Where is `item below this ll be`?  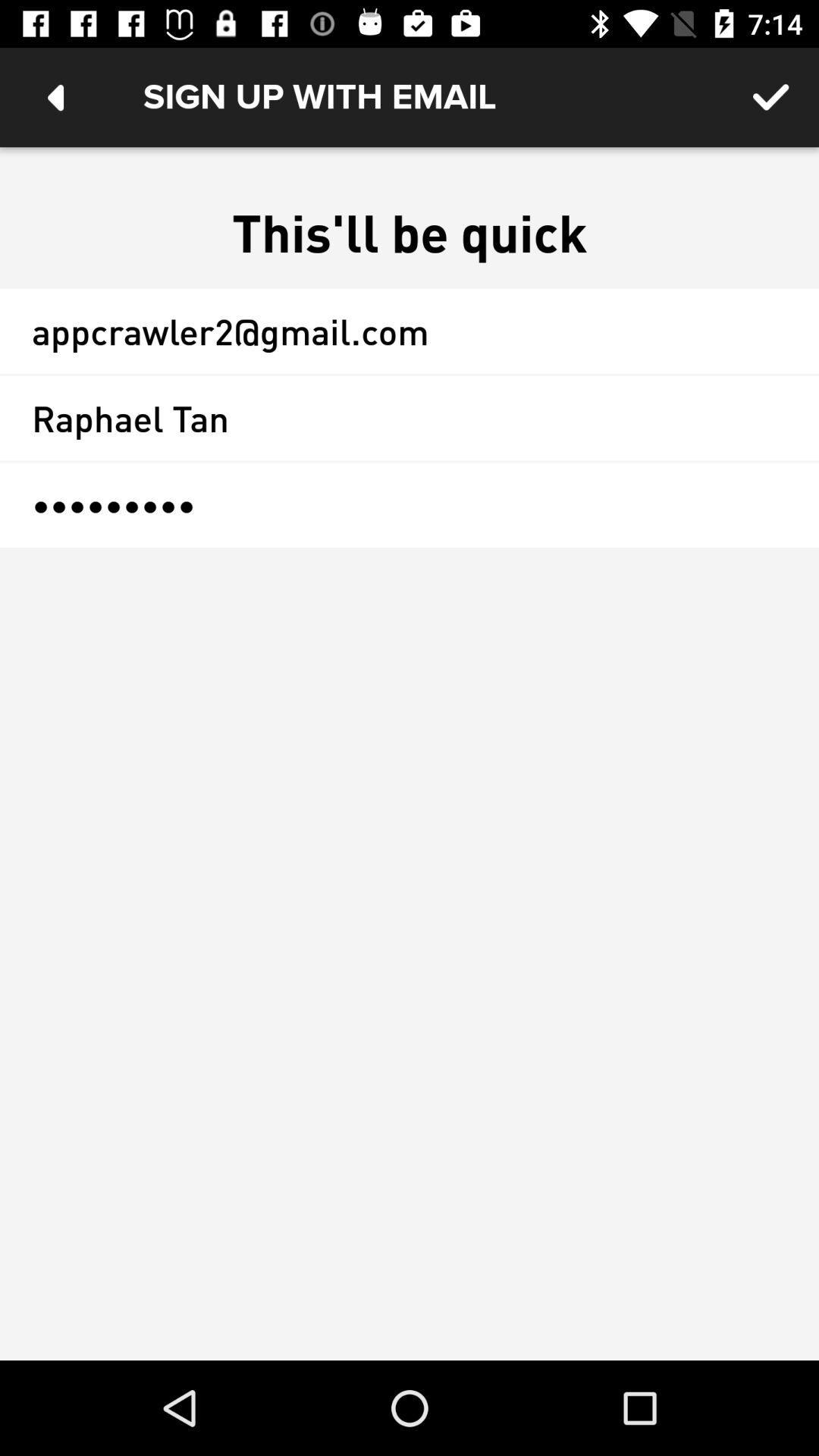
item below this ll be is located at coordinates (409, 330).